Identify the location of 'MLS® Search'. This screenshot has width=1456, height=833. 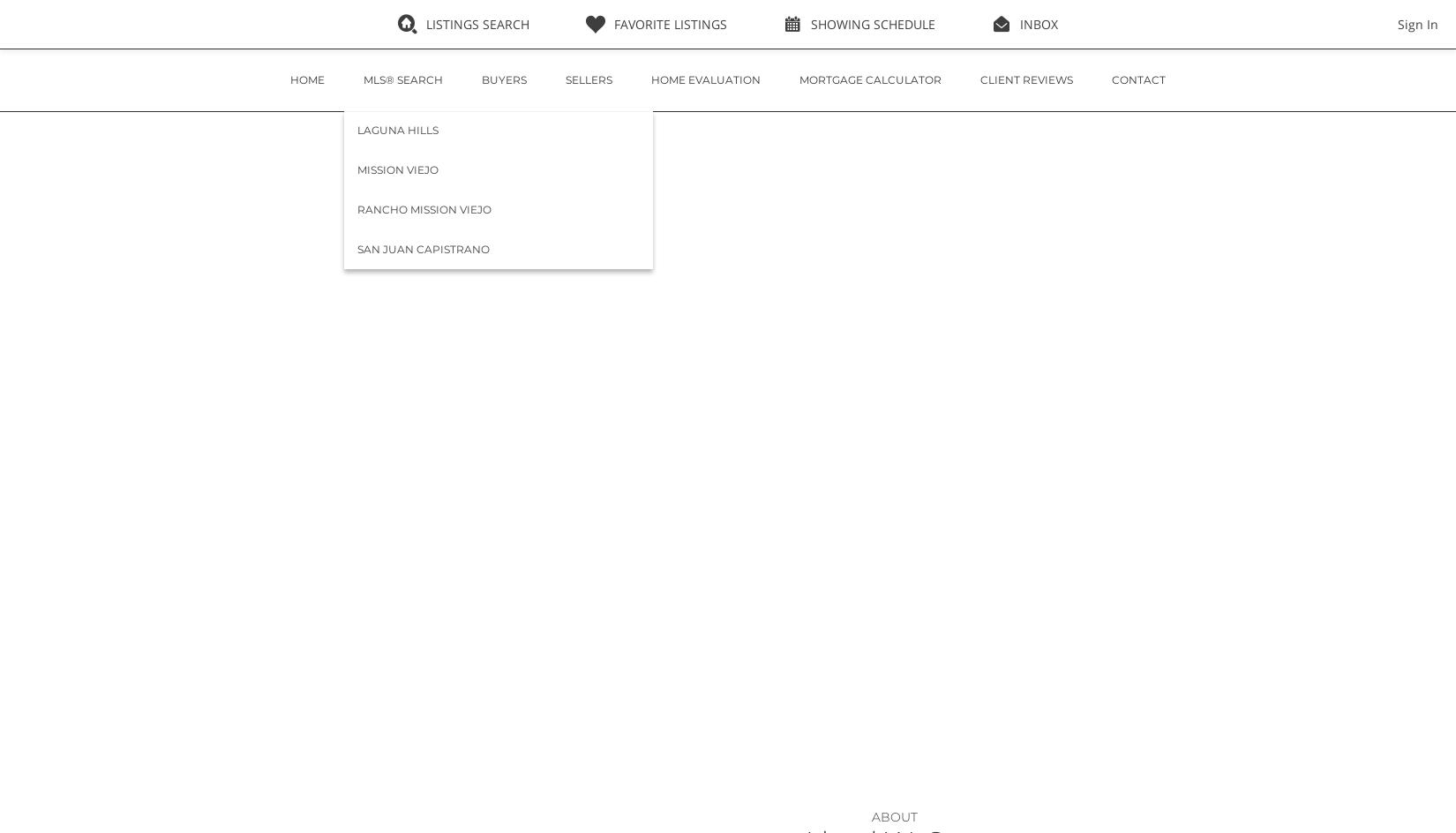
(402, 79).